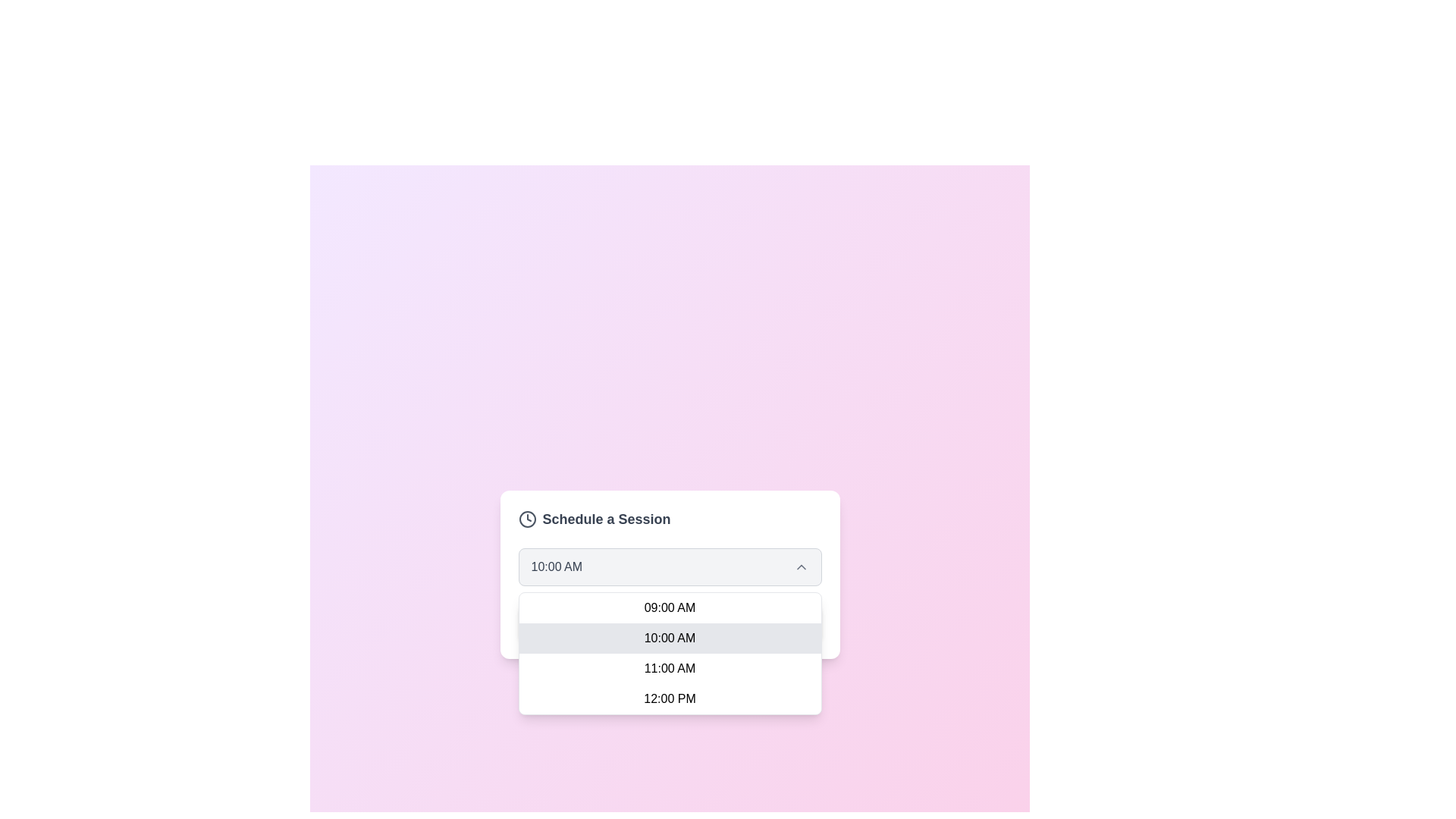  Describe the element at coordinates (527, 519) in the screenshot. I see `the small clock icon, which has a circular border and clock hands, located next to the 'Schedule a Session' text` at that location.